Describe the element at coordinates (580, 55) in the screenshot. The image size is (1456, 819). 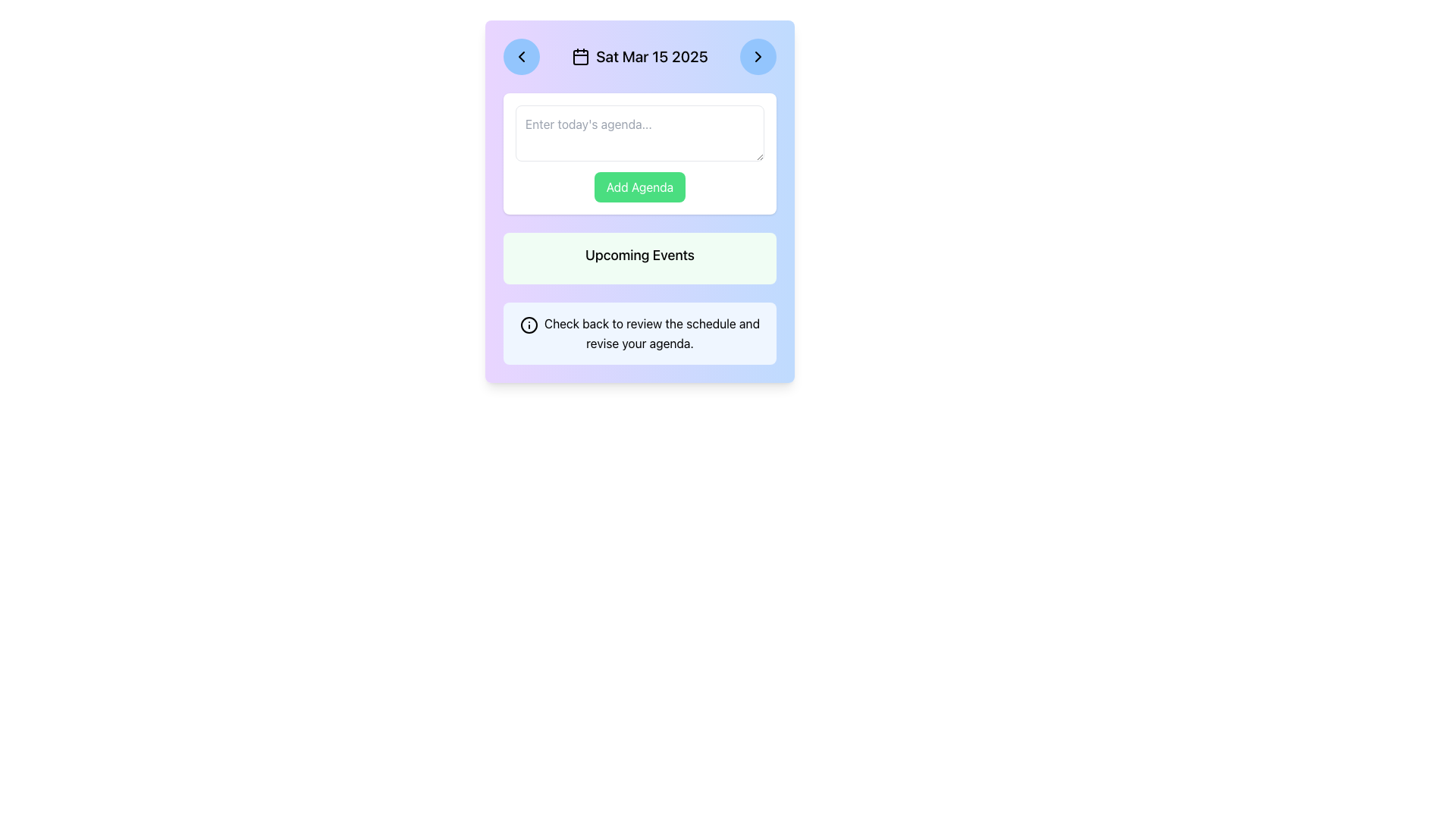
I see `the minimalist black calendar icon located to the left of the date label 'Sat Mar 15 2025' in the header section` at that location.